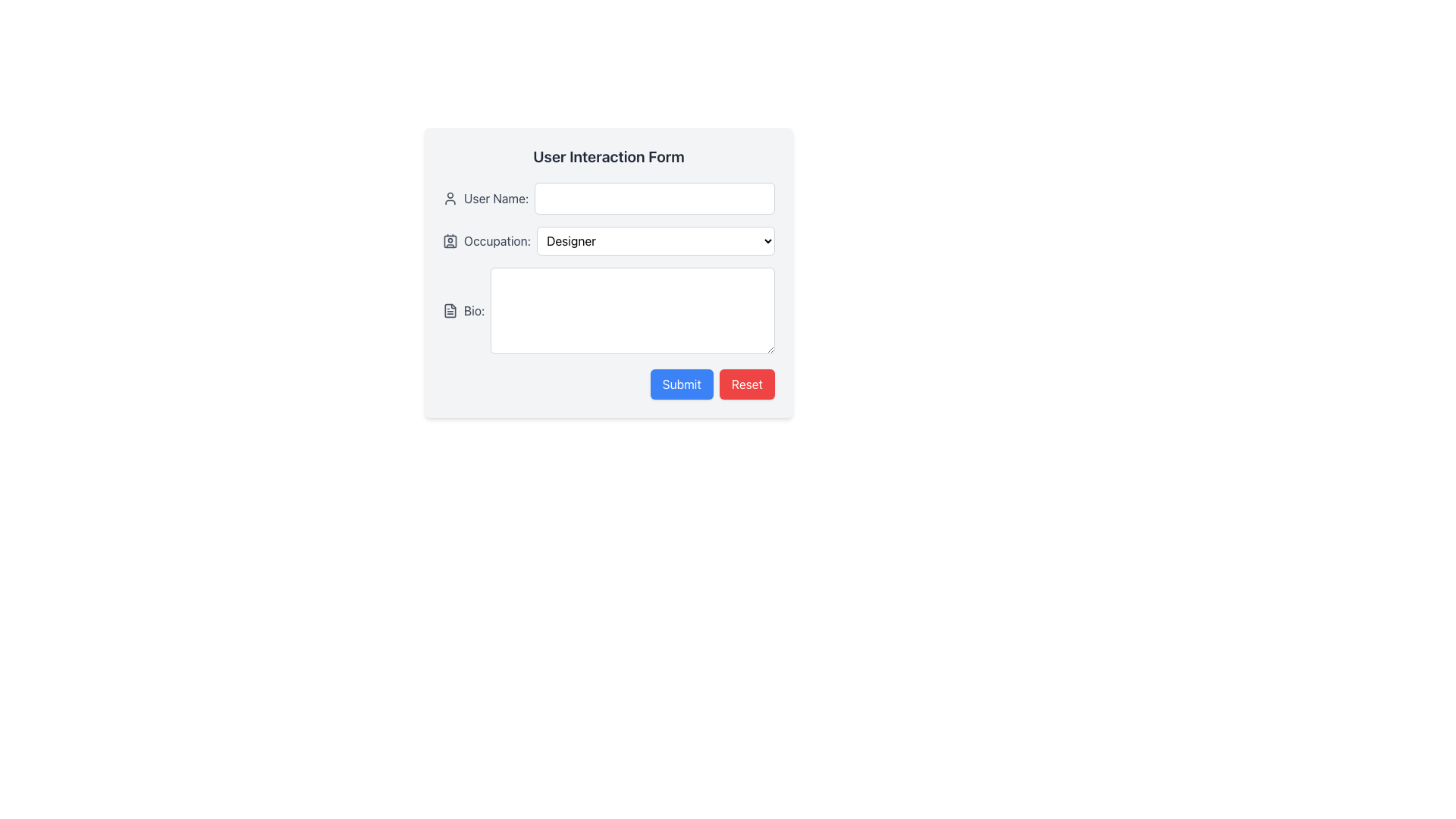 This screenshot has width=1456, height=819. Describe the element at coordinates (496, 198) in the screenshot. I see `the username label which indicates the purpose of the adjacent input field for entering a username` at that location.